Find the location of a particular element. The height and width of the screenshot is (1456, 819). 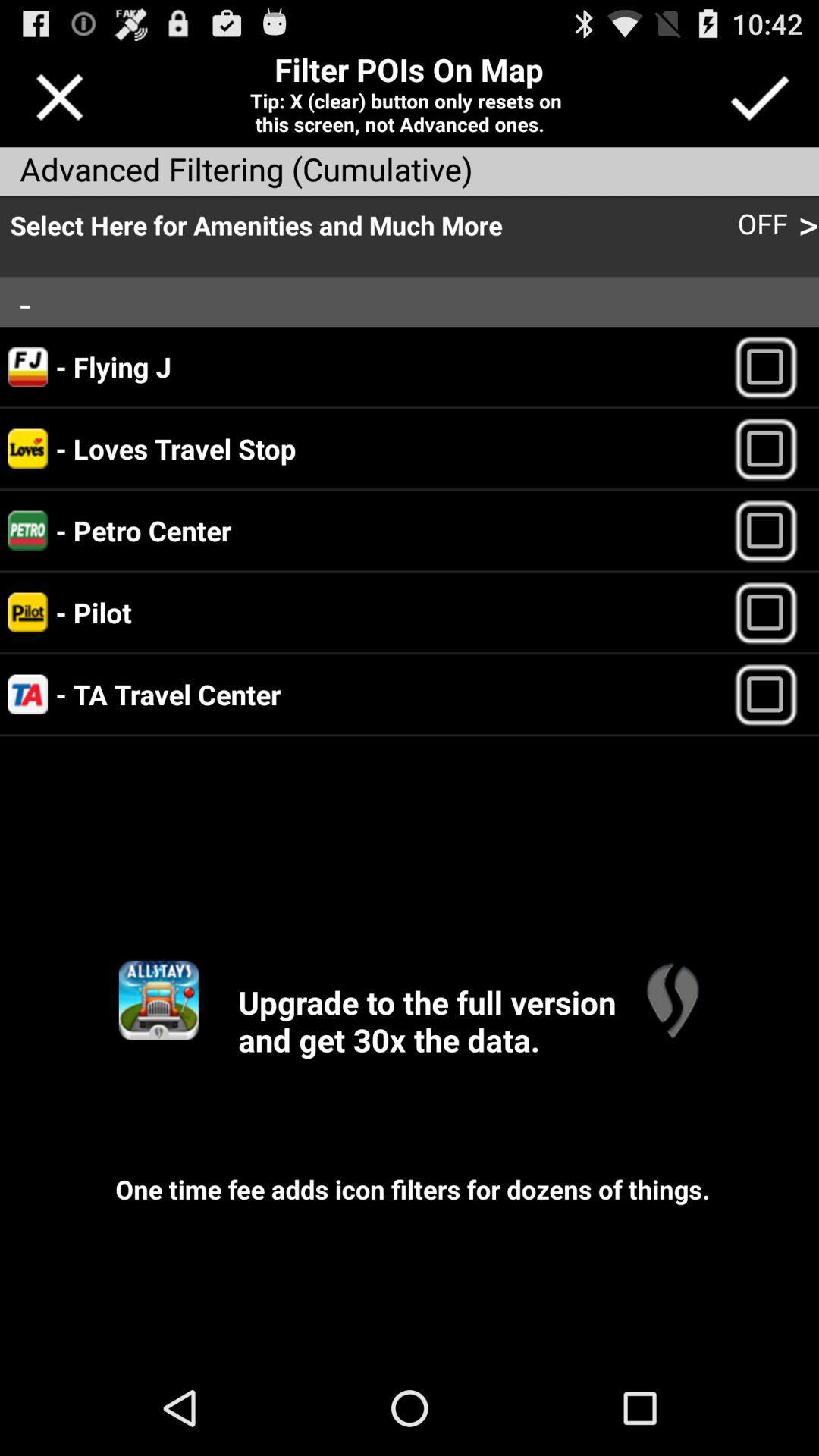

option is located at coordinates (773, 612).